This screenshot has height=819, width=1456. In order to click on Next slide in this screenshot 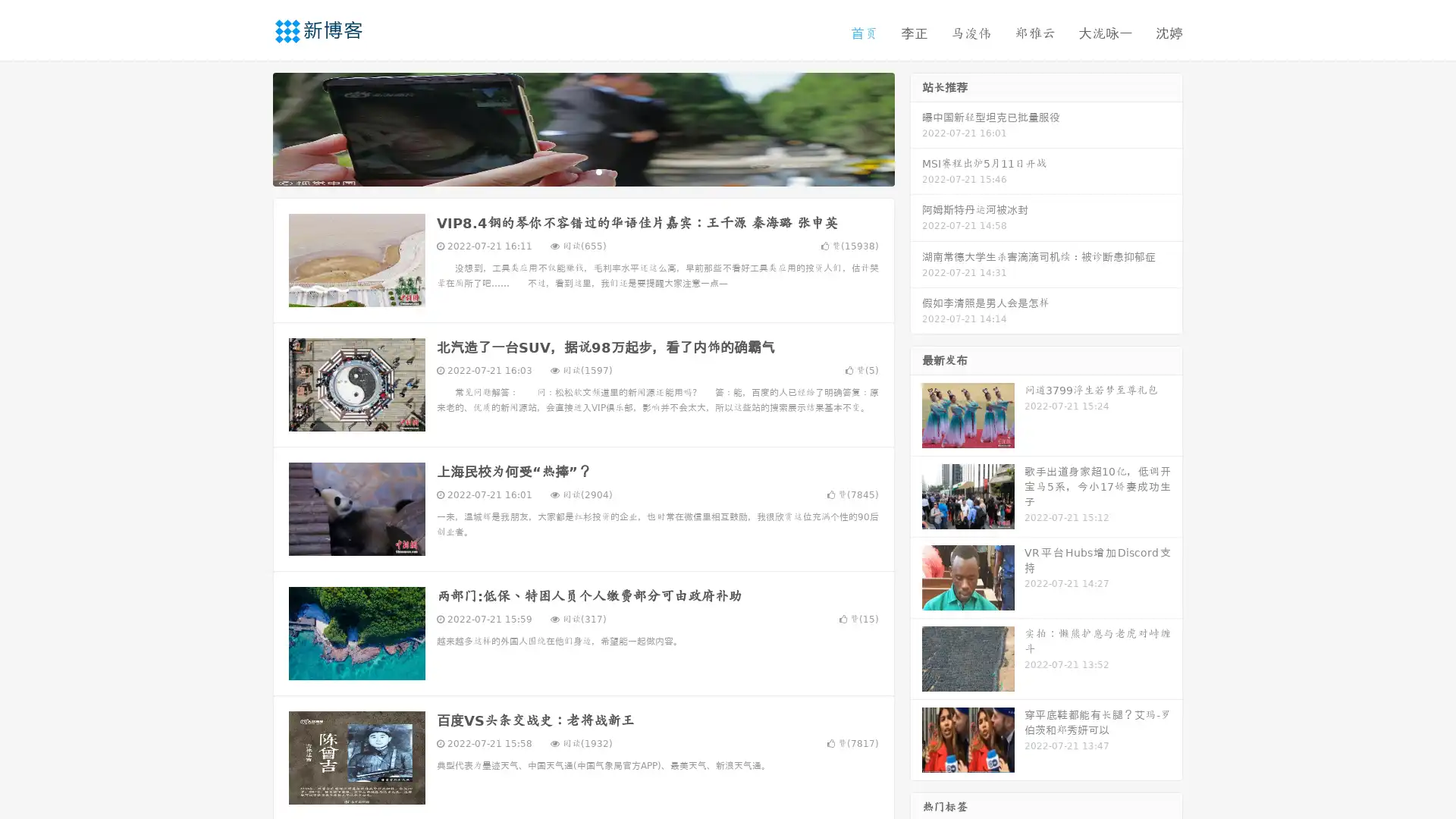, I will do `click(916, 127)`.